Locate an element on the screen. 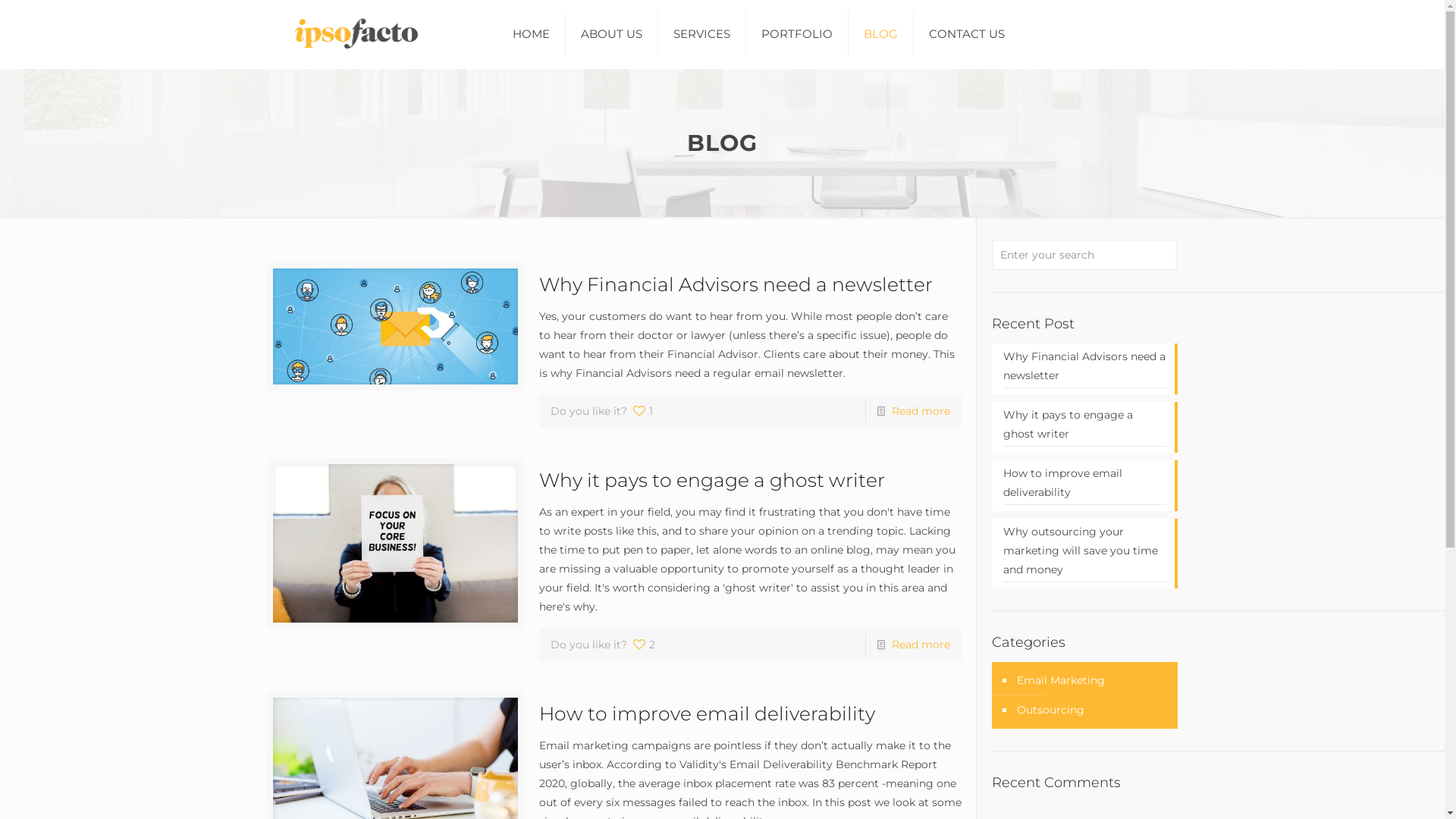  'Why outsourcing your marketing will save you time and money' is located at coordinates (1084, 552).